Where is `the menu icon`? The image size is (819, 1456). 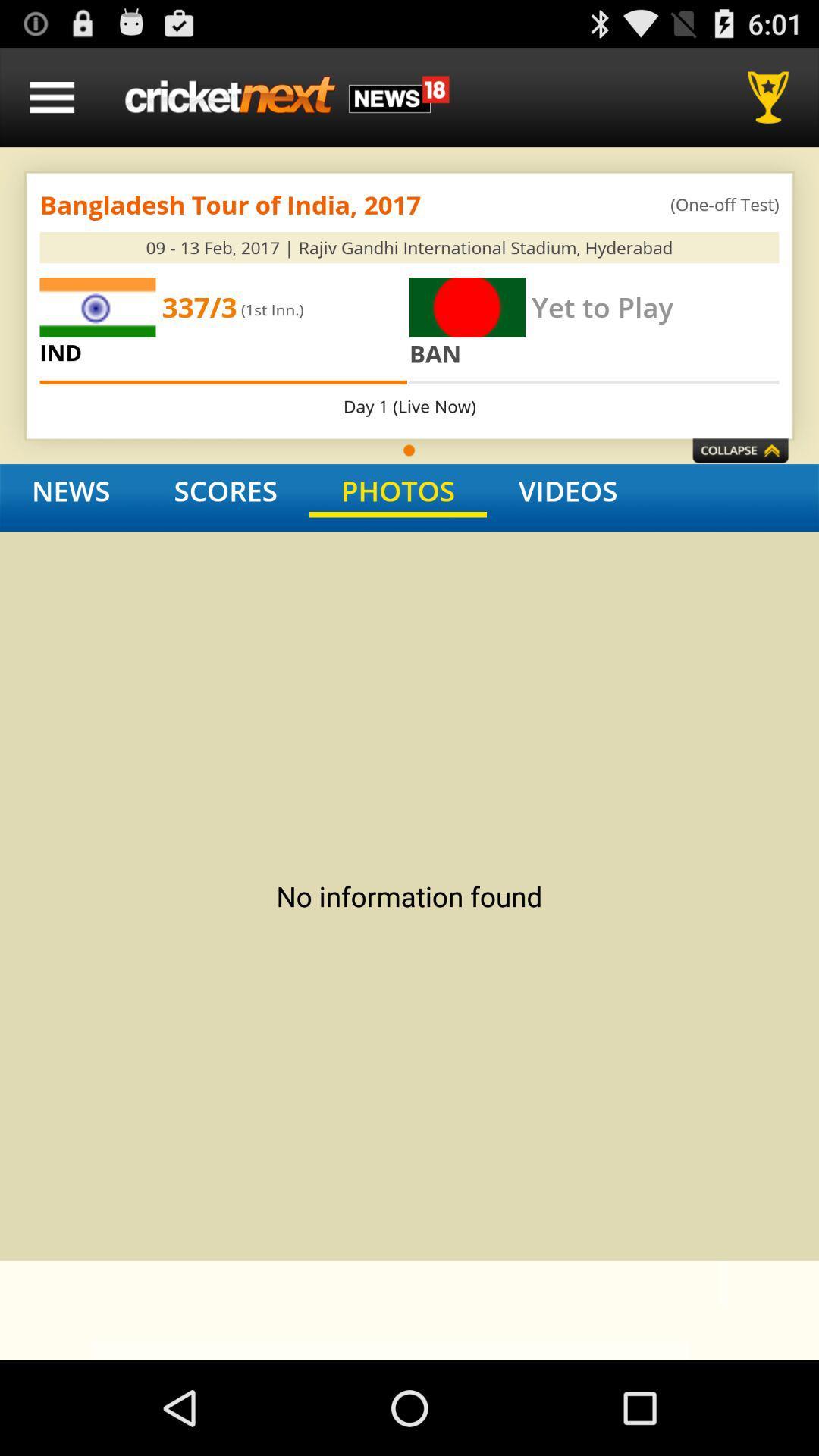 the menu icon is located at coordinates (52, 103).